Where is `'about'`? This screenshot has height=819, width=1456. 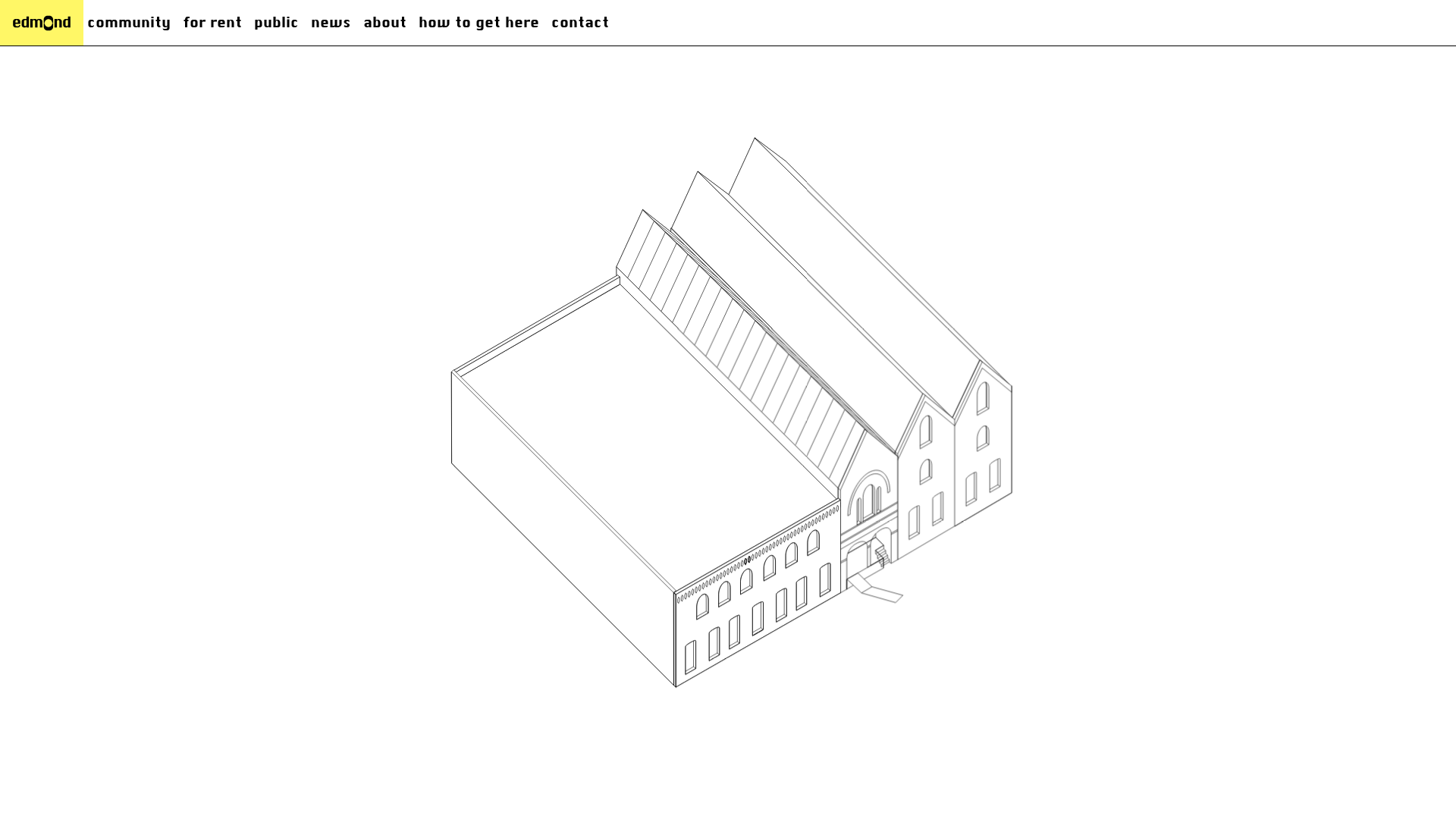 'about' is located at coordinates (384, 23).